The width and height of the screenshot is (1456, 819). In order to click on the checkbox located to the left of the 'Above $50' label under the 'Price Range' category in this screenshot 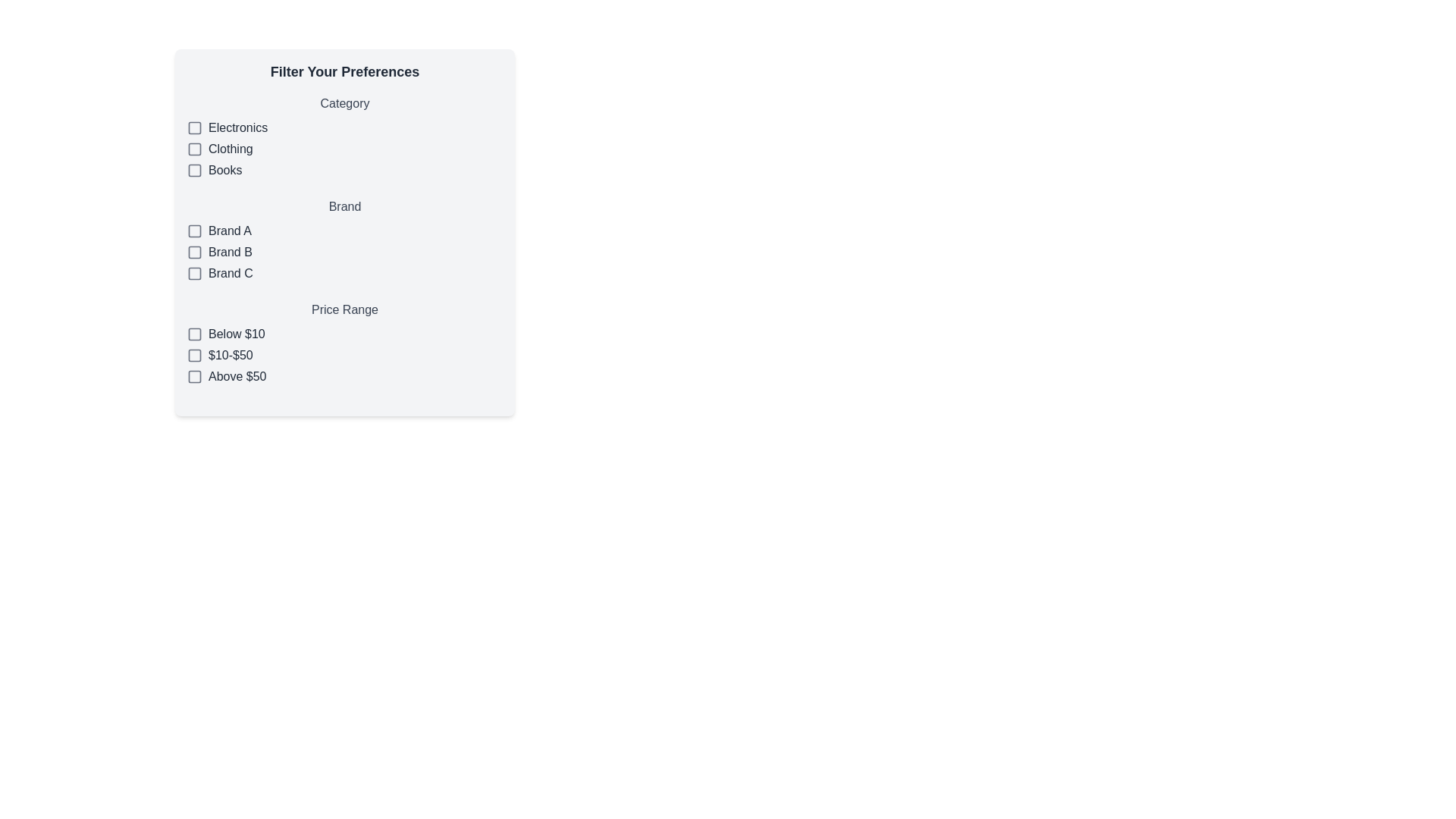, I will do `click(194, 376)`.